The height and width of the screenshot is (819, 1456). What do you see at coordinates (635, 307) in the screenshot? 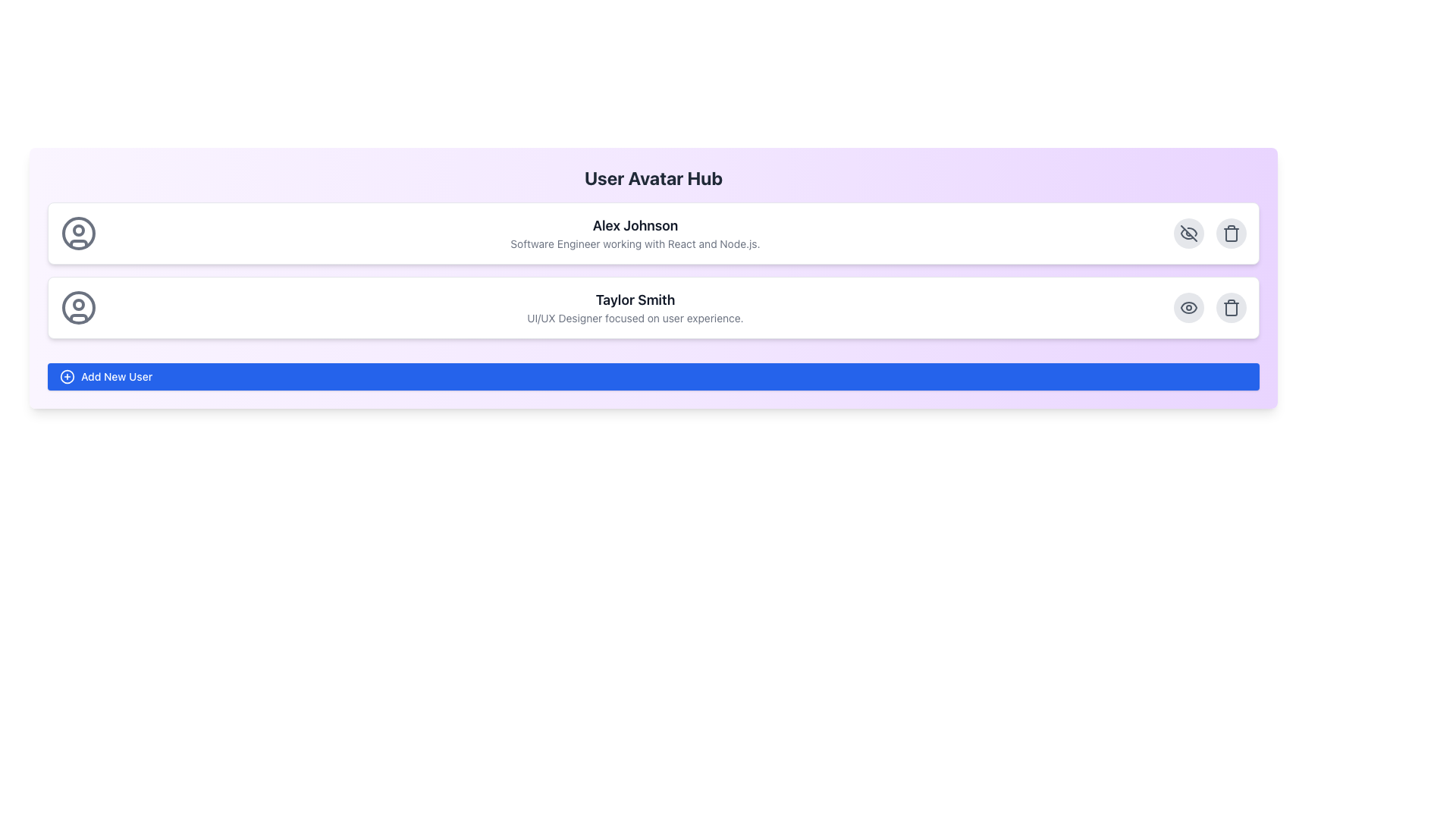
I see `the Text Display Section that shows 'Taylor Smith' in bold, large, dark gray font, with the caption 'UI/UX Designer focused on user experience.' This section is located within a white, rounded rectangle and is the main text block in the second row of user entries` at bounding box center [635, 307].